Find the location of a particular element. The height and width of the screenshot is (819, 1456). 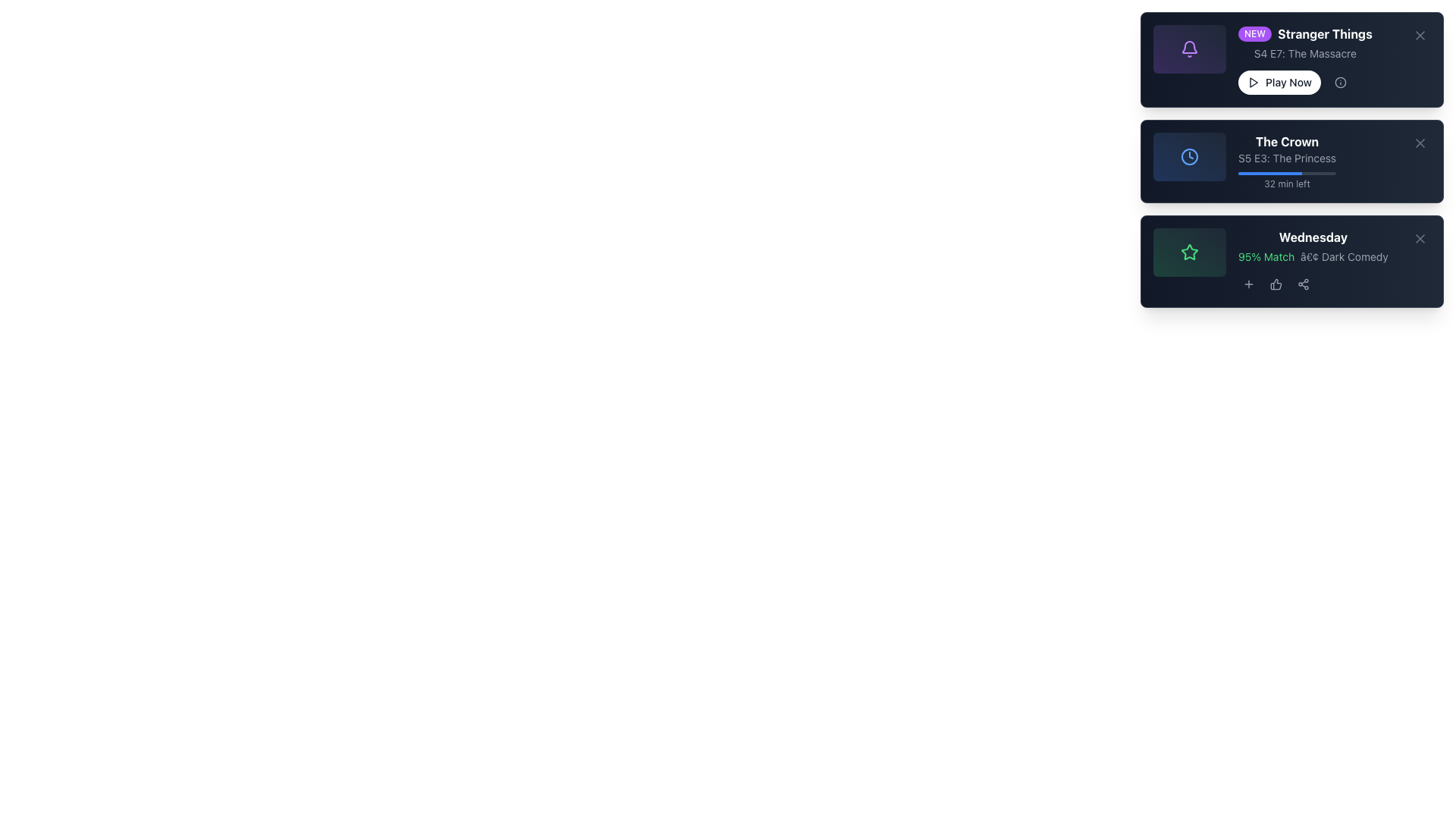

the 'X' icon button located at the top-right corner of the first card in the vertical stack, which is used is located at coordinates (1419, 34).